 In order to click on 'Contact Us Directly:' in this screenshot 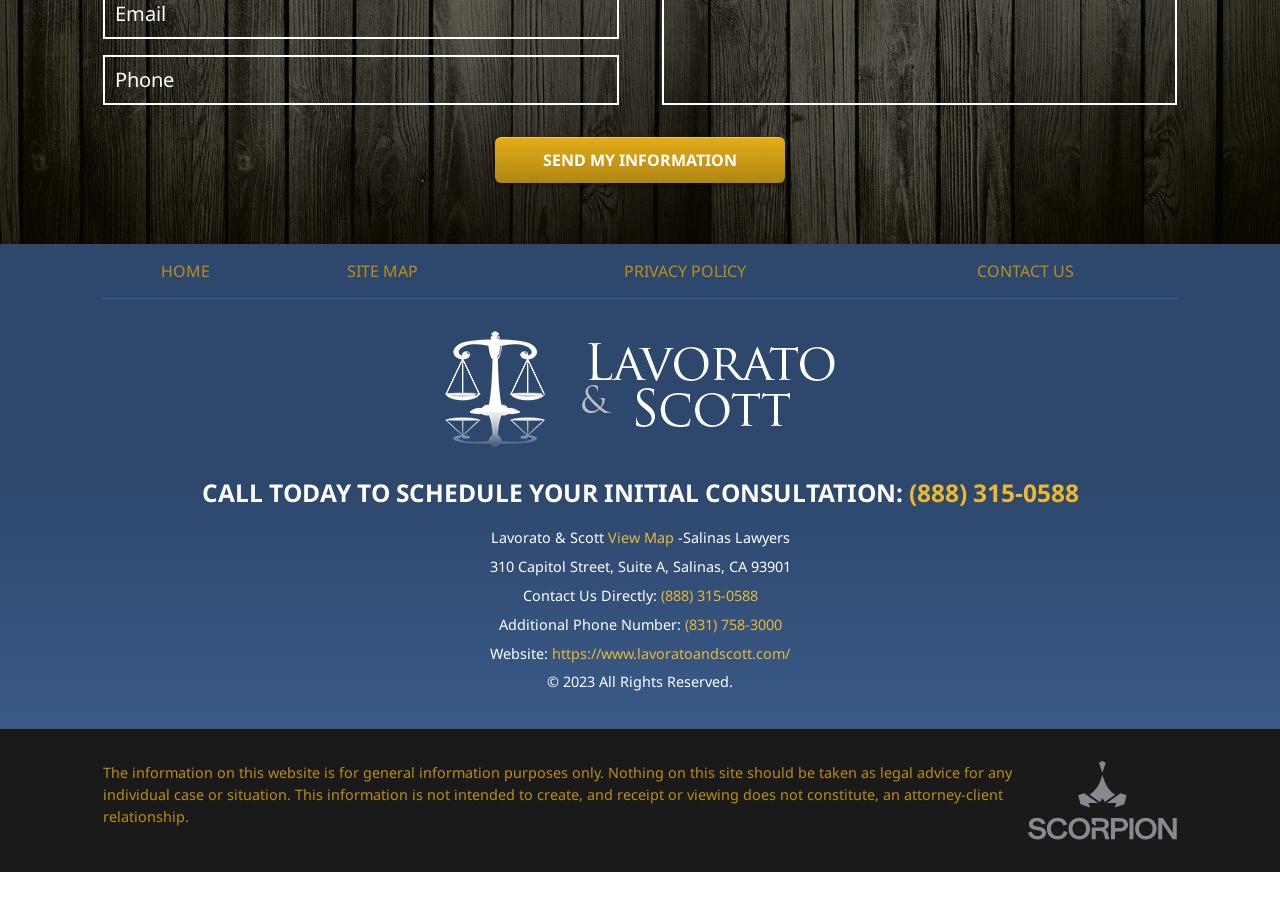, I will do `click(589, 595)`.